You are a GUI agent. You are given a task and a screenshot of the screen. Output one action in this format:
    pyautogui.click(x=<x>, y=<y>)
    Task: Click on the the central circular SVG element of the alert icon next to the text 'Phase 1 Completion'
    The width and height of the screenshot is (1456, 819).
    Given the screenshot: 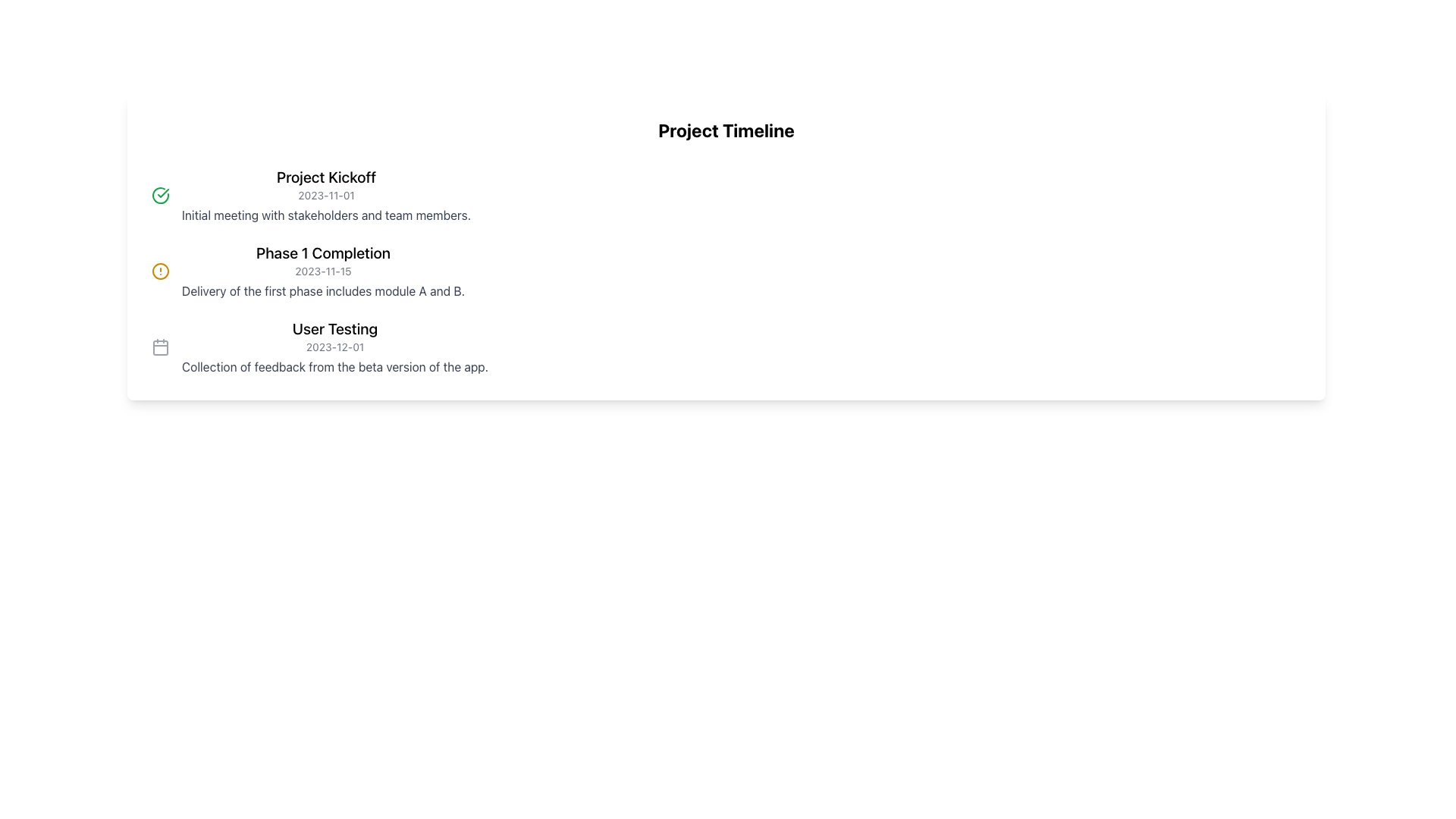 What is the action you would take?
    pyautogui.click(x=160, y=271)
    